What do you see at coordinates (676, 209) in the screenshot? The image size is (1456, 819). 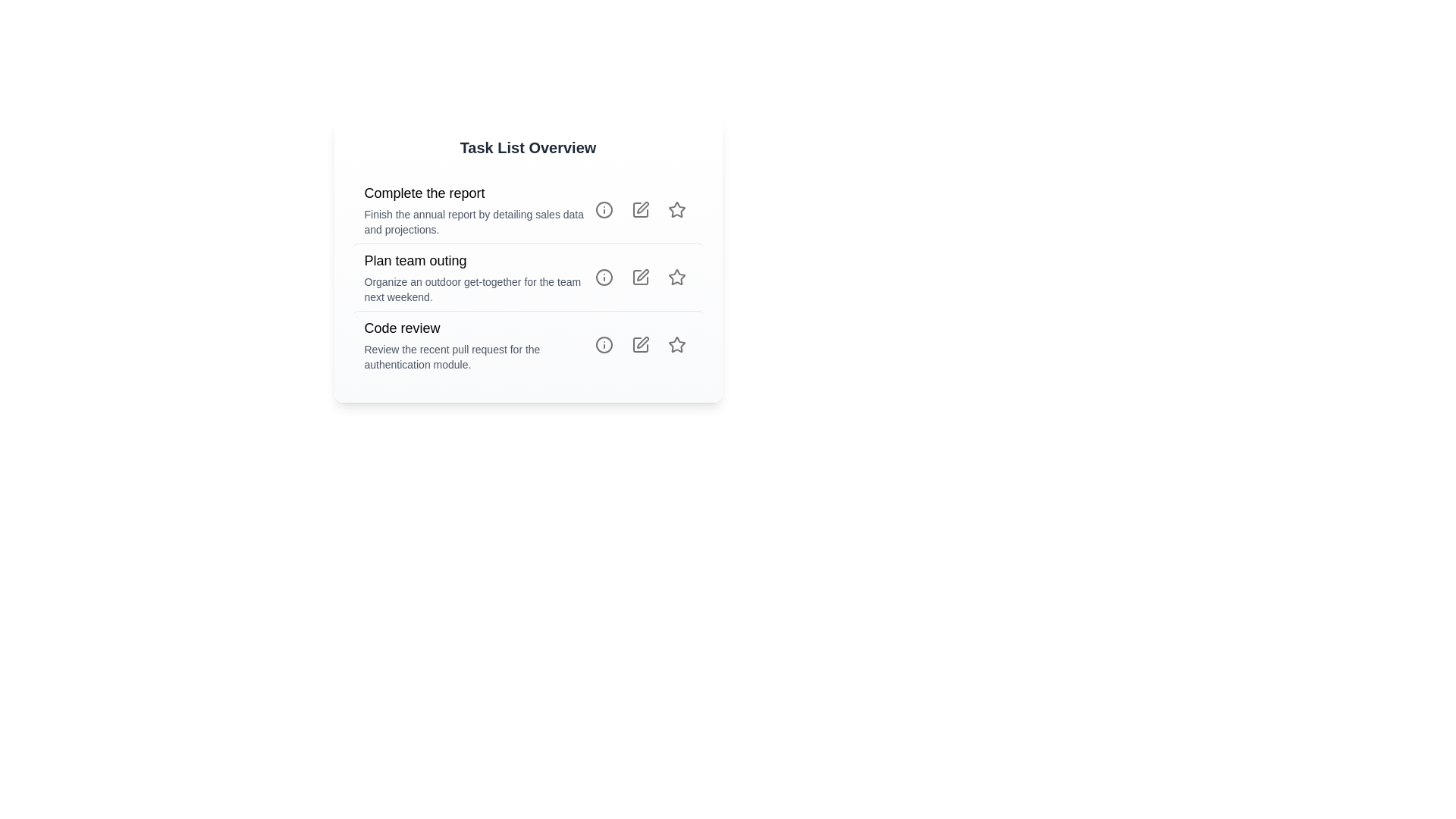 I see `the star-shaped icon located to the right of the 'Complete the report' task` at bounding box center [676, 209].